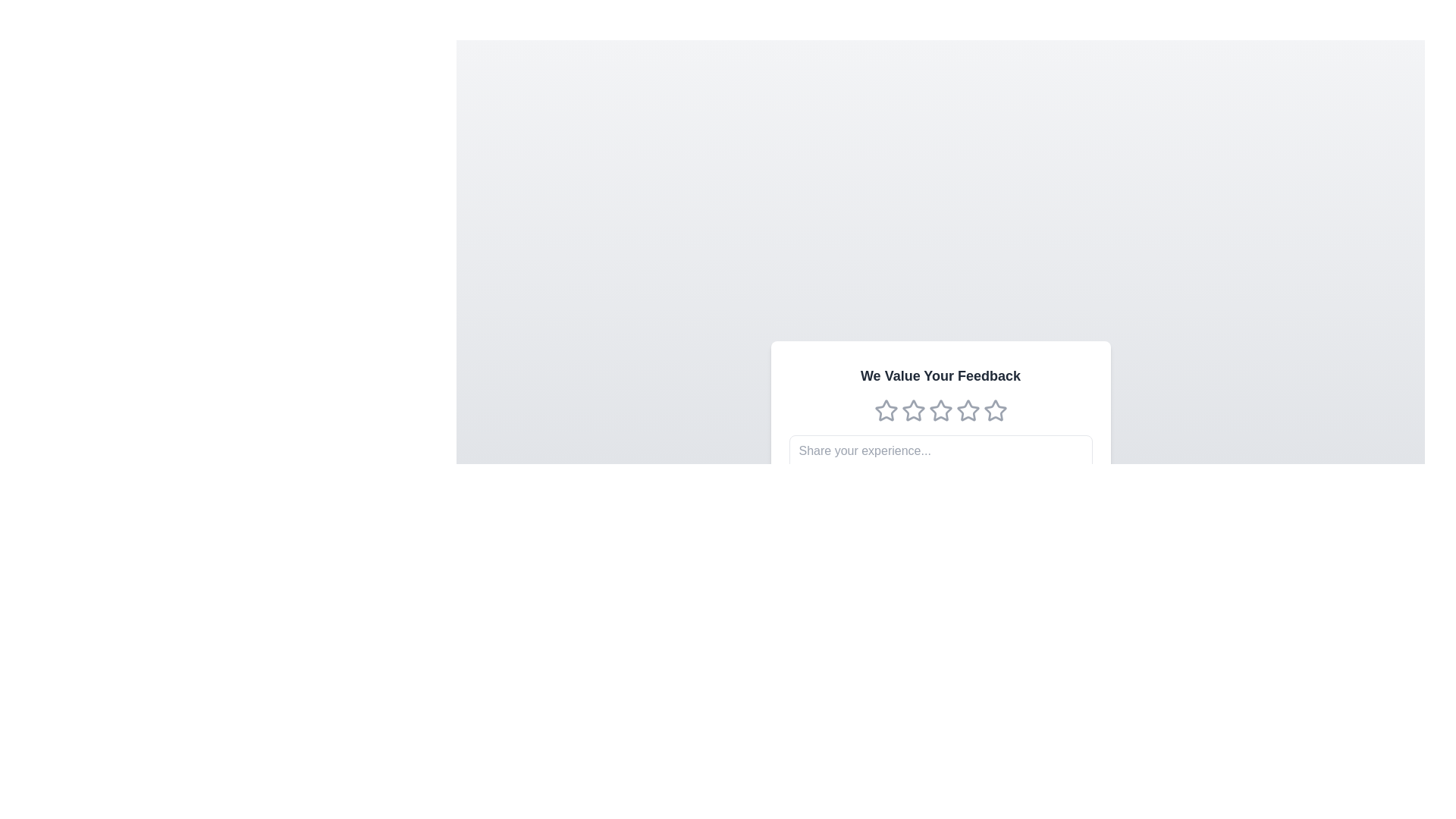 This screenshot has width=1456, height=819. Describe the element at coordinates (939, 409) in the screenshot. I see `the third star-shaped icon in the rating system` at that location.